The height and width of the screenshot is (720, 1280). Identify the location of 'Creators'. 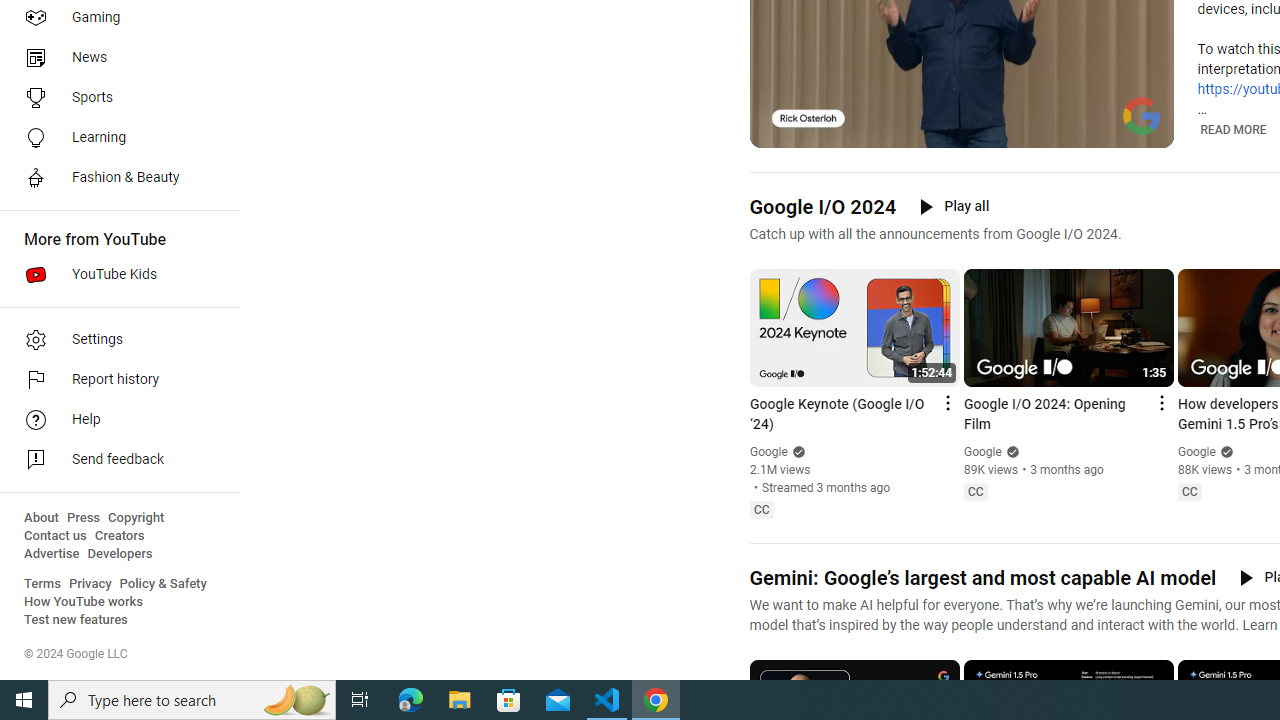
(118, 535).